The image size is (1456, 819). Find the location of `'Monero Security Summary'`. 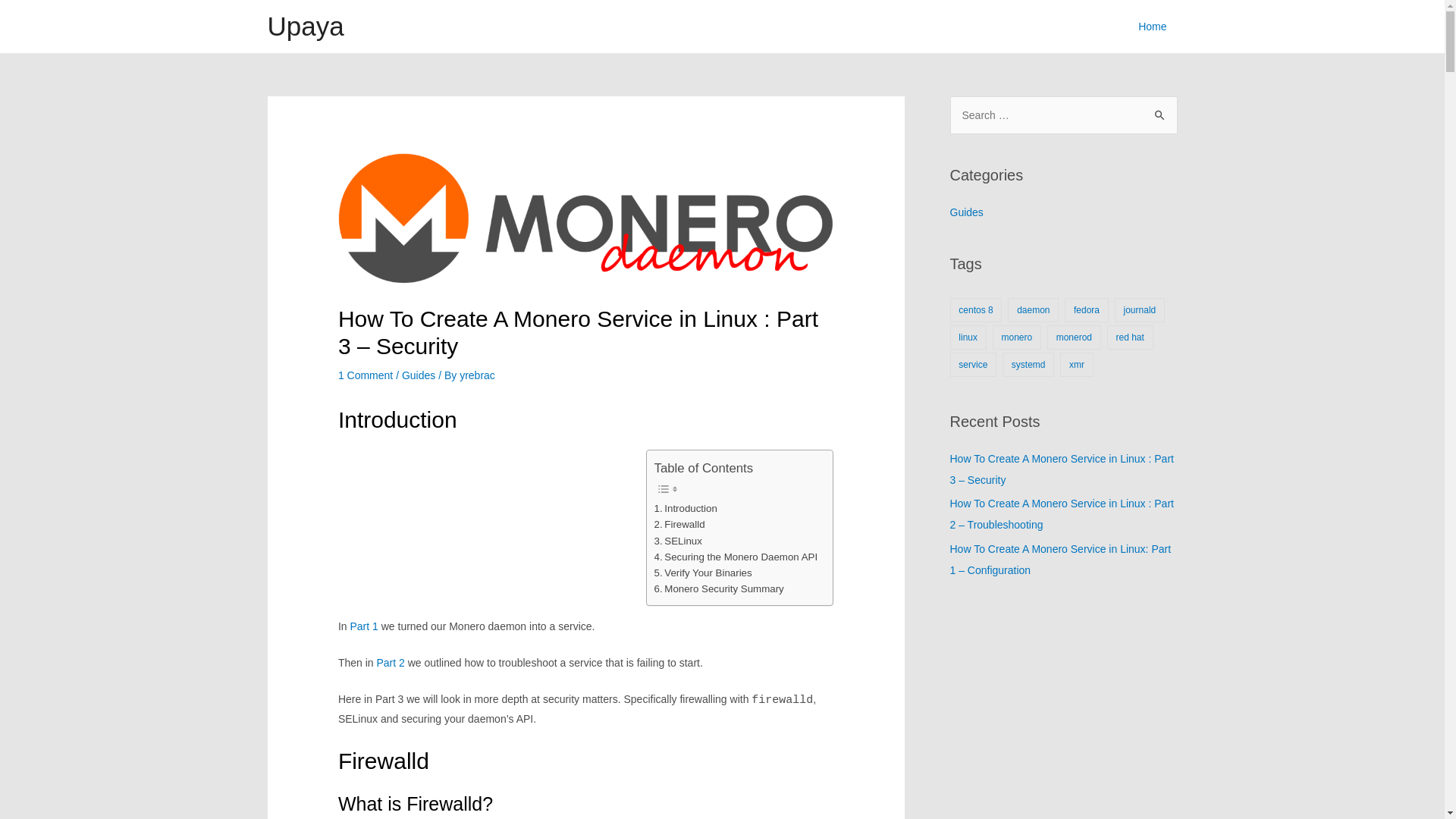

'Monero Security Summary' is located at coordinates (718, 588).